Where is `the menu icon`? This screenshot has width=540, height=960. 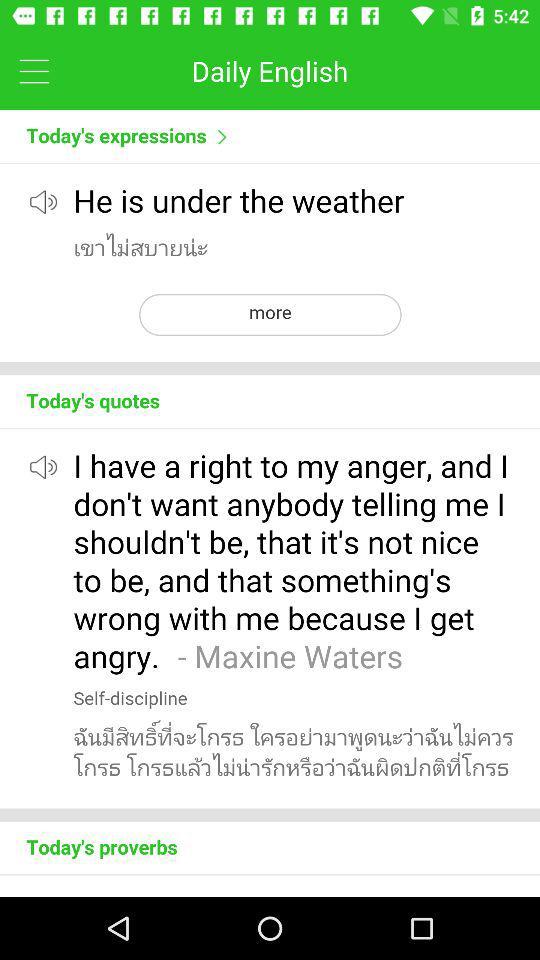 the menu icon is located at coordinates (33, 70).